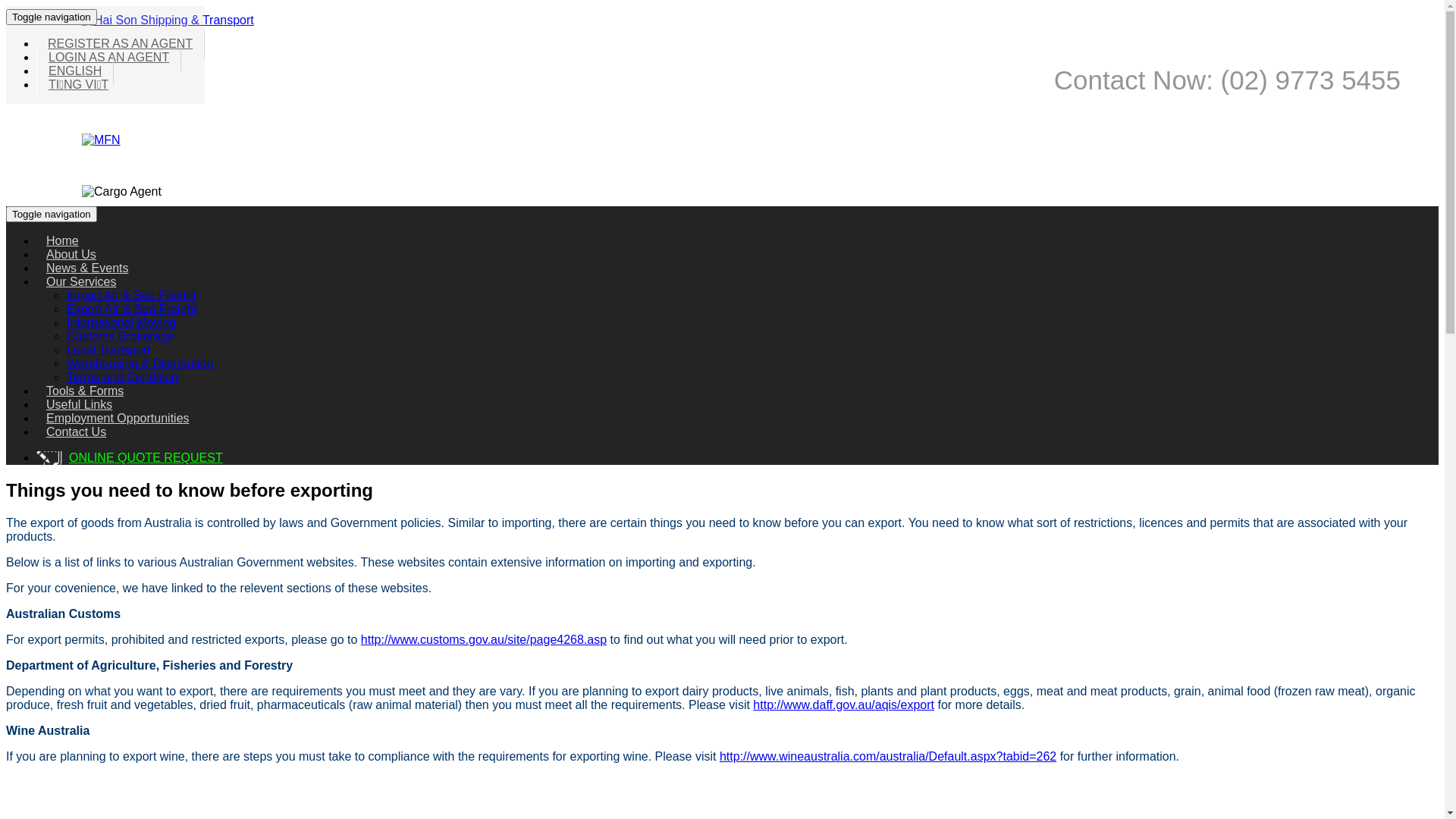 The image size is (1456, 819). Describe the element at coordinates (51, 17) in the screenshot. I see `'Toggle navigation'` at that location.